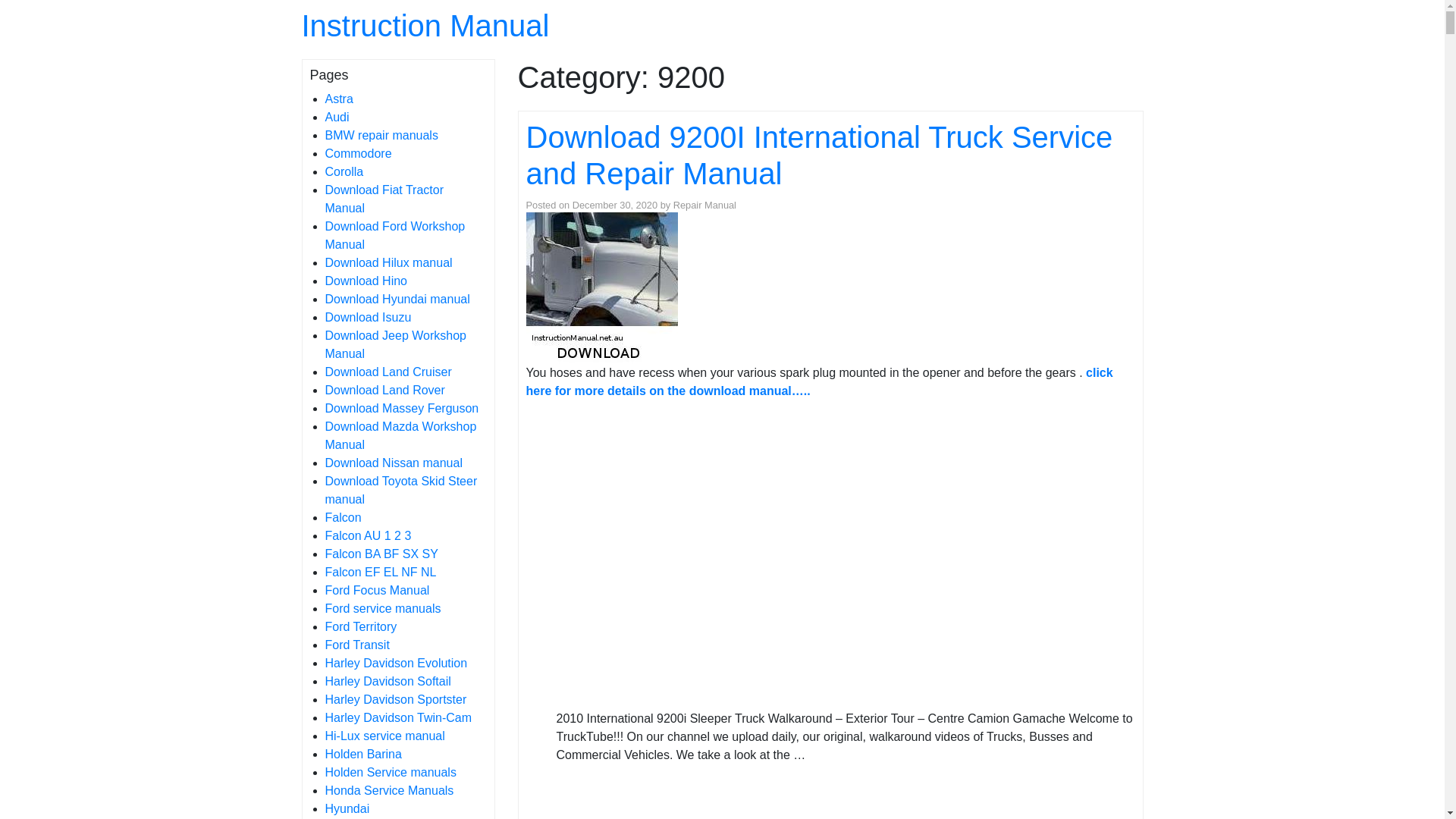  Describe the element at coordinates (343, 171) in the screenshot. I see `'Corolla'` at that location.